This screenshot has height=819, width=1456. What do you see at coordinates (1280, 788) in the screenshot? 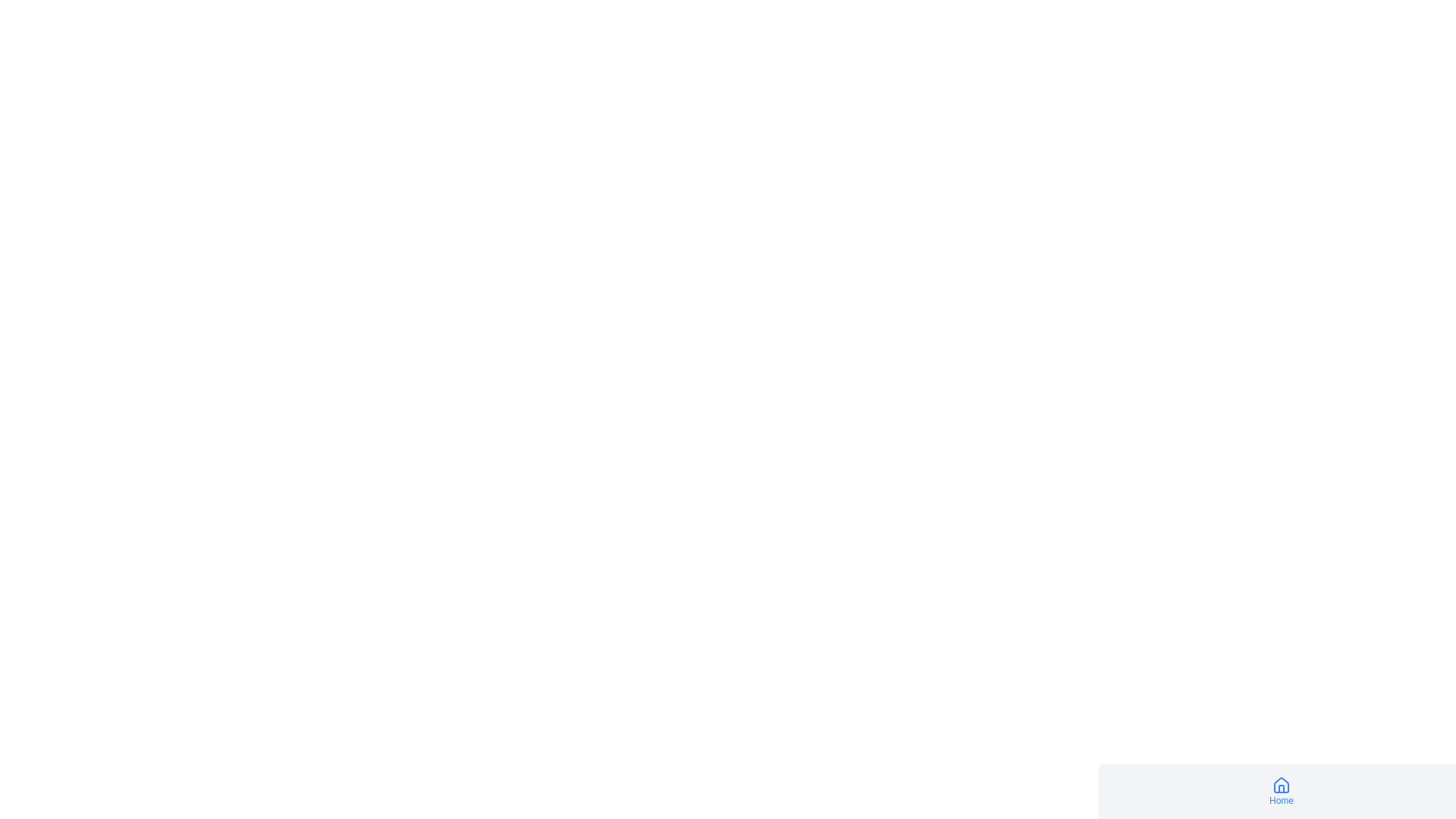
I see `the vertical rectangle of the house symbol in the navigation interface, which serves as a visual cue for the 'Home' button` at bounding box center [1280, 788].